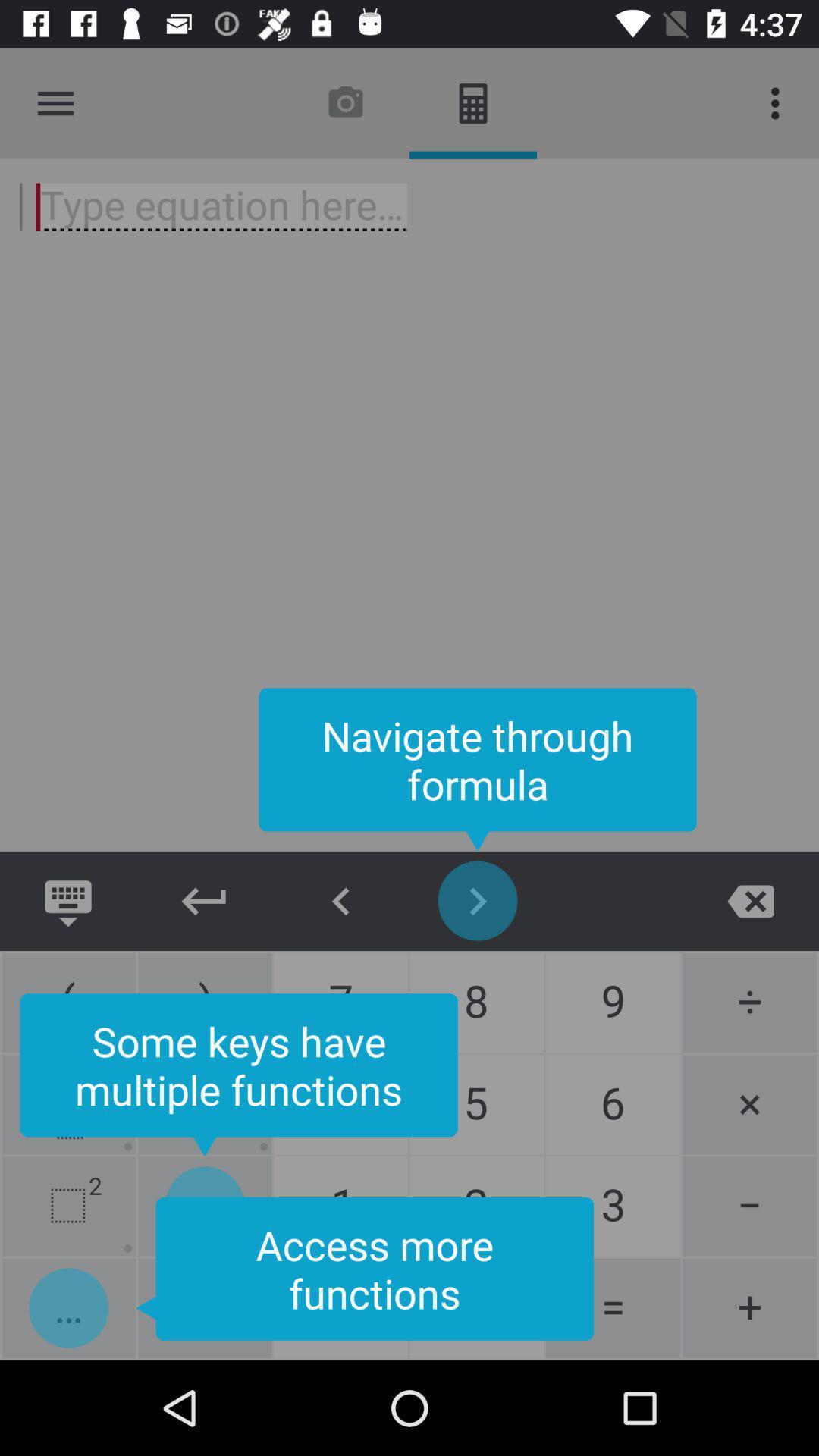 The image size is (819, 1456). What do you see at coordinates (751, 901) in the screenshot?
I see `item below the navigate through formula` at bounding box center [751, 901].